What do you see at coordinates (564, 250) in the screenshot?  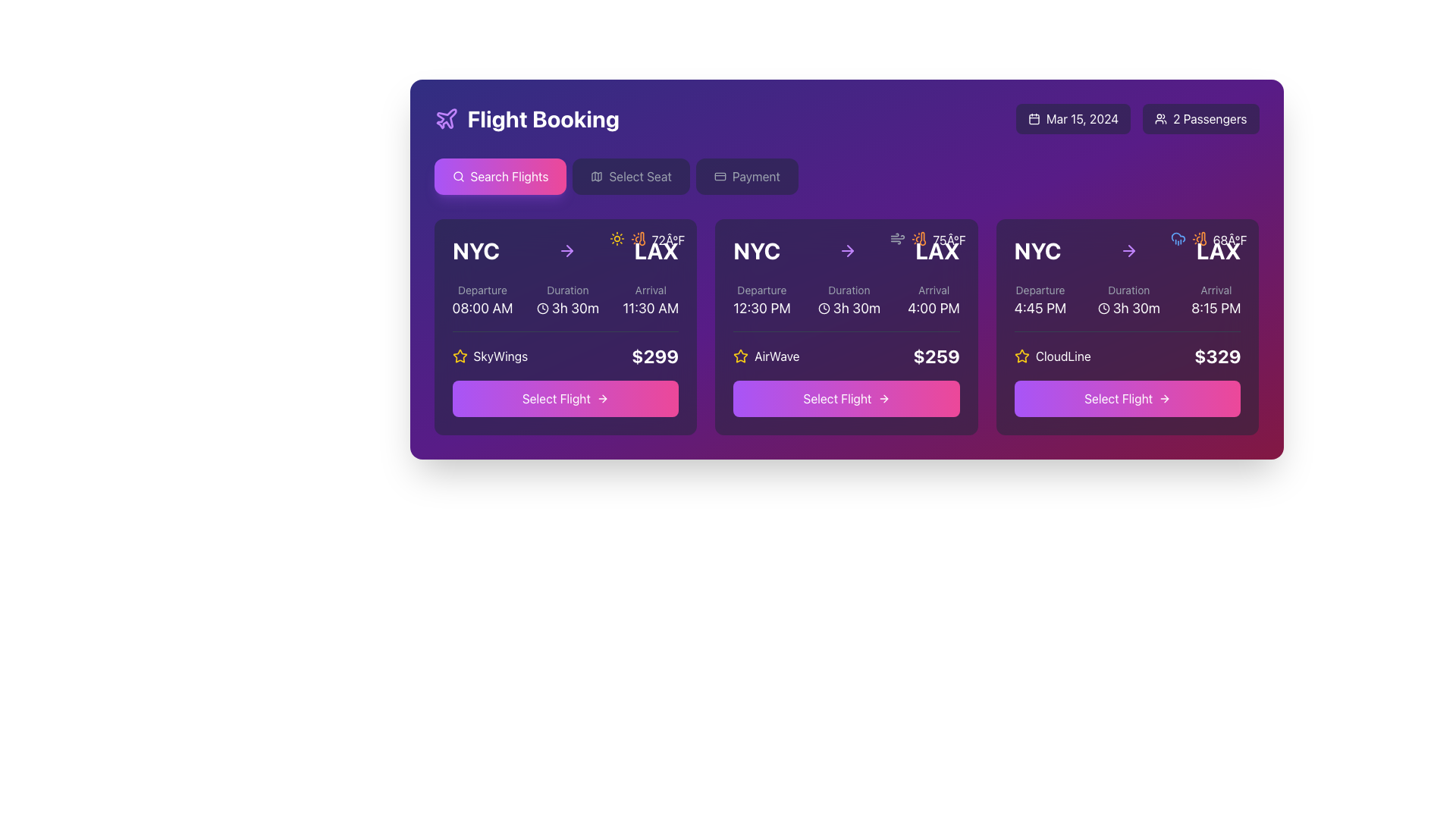 I see `the display label that shows the flight route from 'NYC' to 'LAX', located at the top of the first card in the list view of flight options` at bounding box center [564, 250].